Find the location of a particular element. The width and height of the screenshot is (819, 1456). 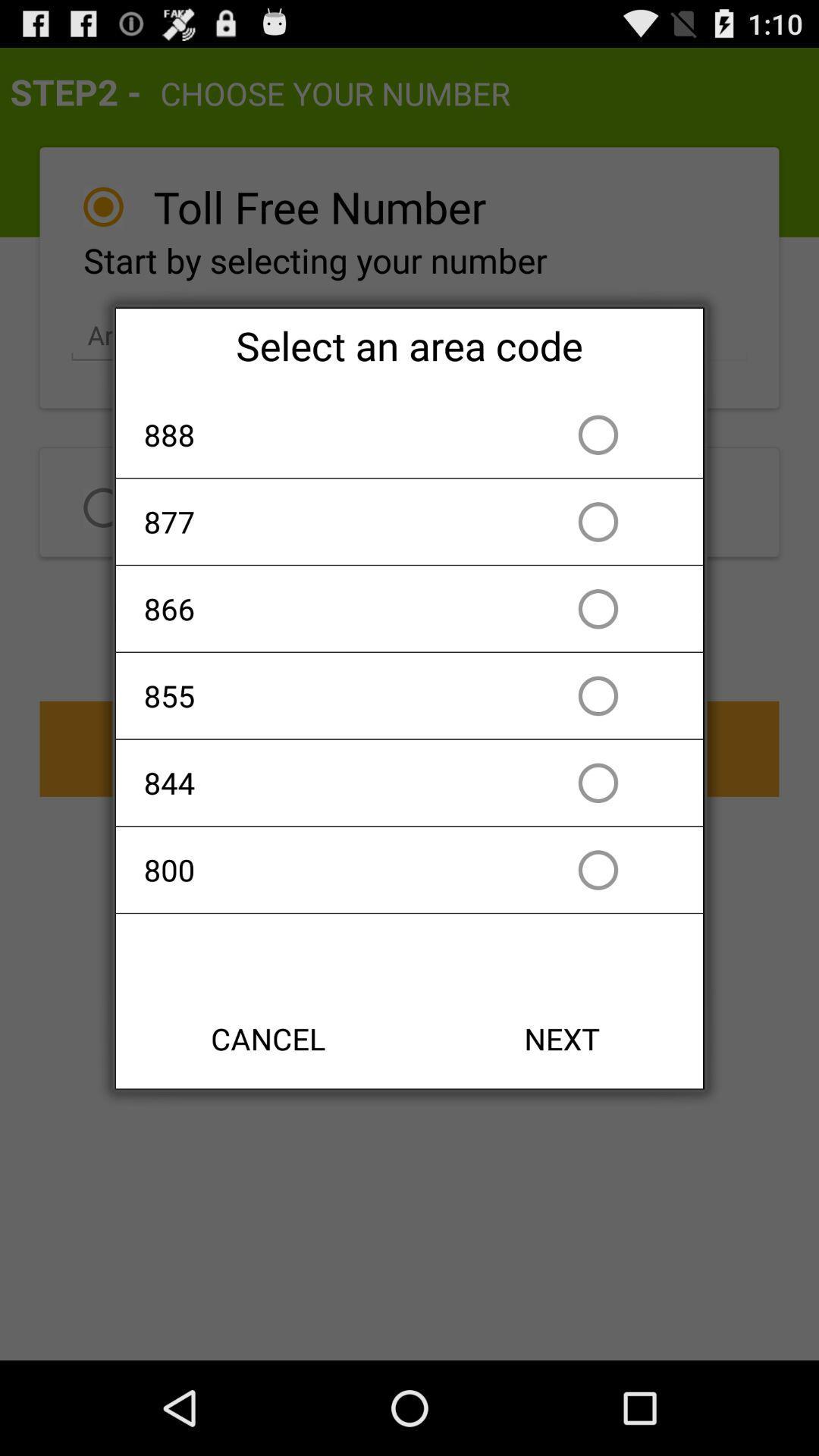

button to the left of the next is located at coordinates (268, 1037).